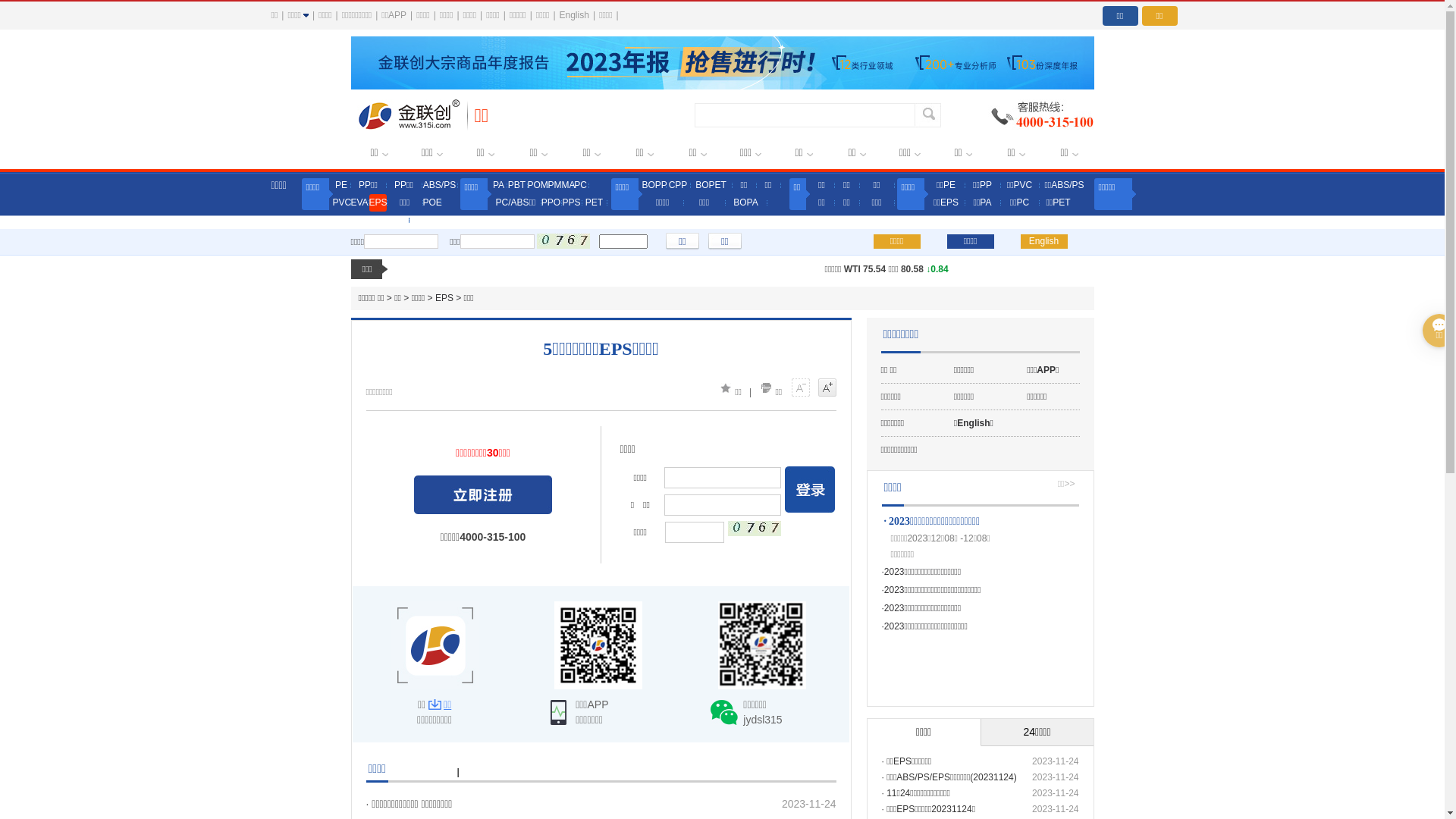 The height and width of the screenshot is (819, 1456). I want to click on 'PPO', so click(550, 202).